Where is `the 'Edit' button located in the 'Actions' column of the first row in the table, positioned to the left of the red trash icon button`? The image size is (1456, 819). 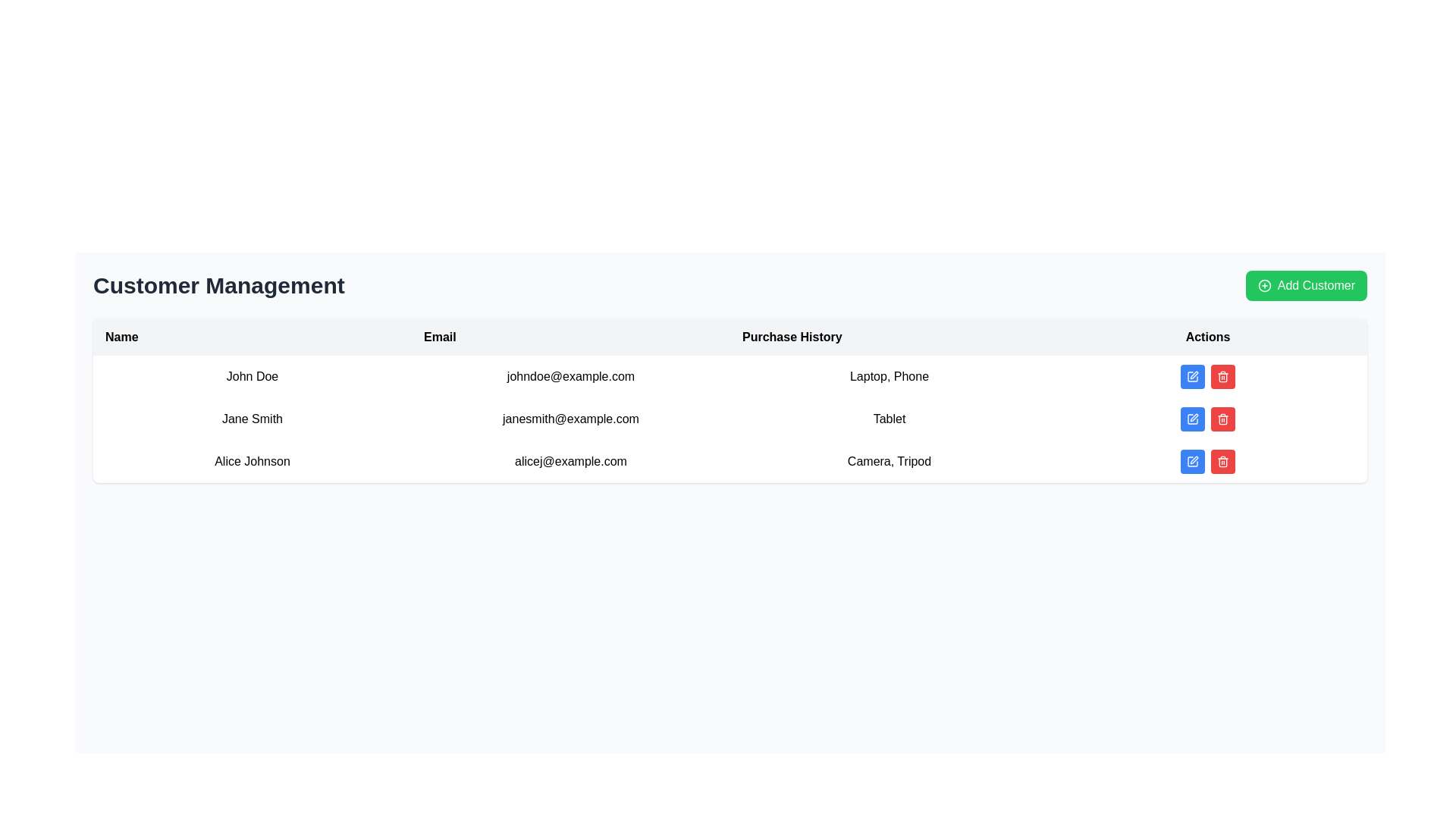
the 'Edit' button located in the 'Actions' column of the first row in the table, positioned to the left of the red trash icon button is located at coordinates (1192, 376).